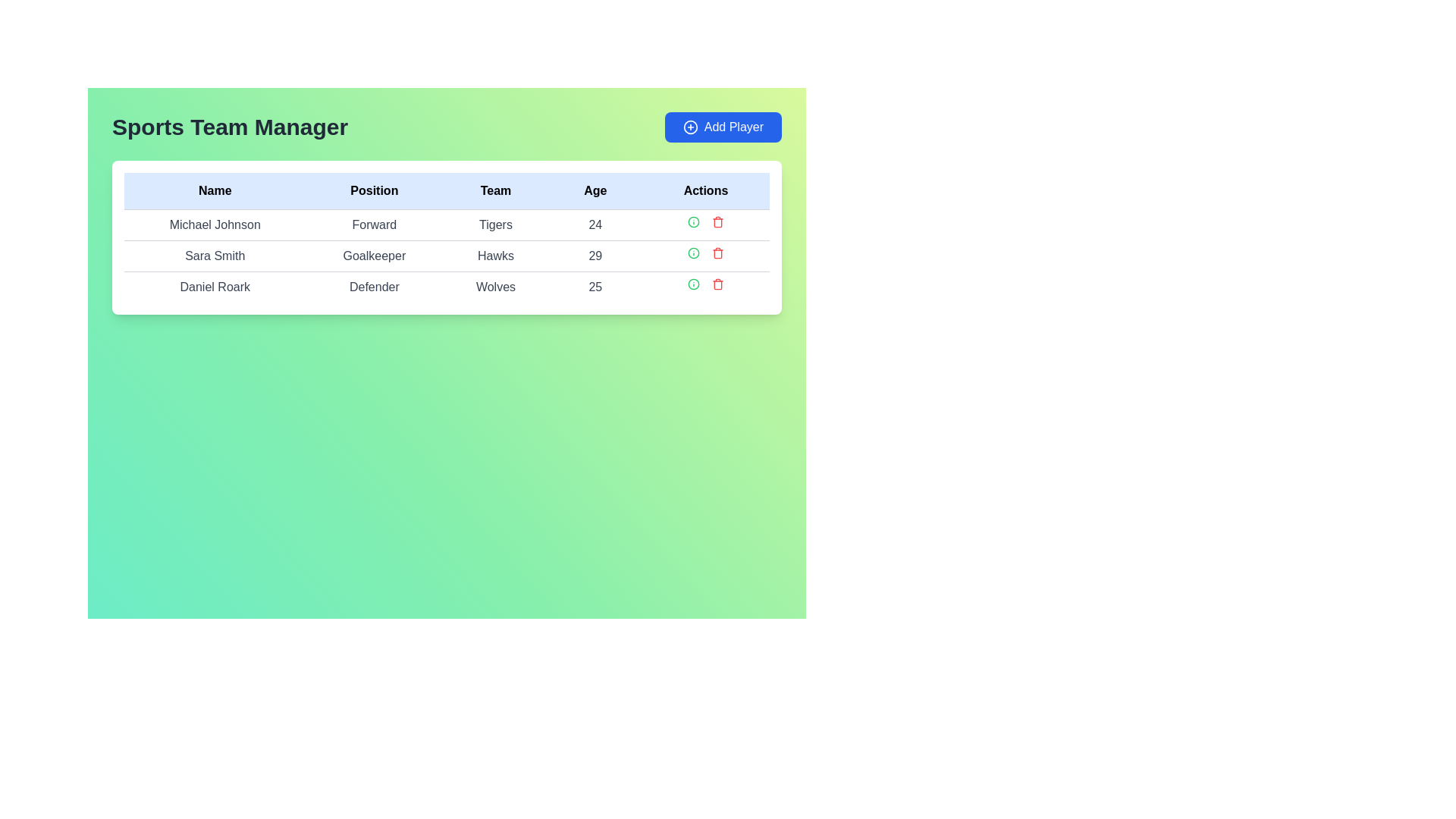 This screenshot has height=819, width=1456. What do you see at coordinates (595, 225) in the screenshot?
I see `the text displaying the number '24' in the 'Age' column of the table row for 'Michael Johnson'` at bounding box center [595, 225].